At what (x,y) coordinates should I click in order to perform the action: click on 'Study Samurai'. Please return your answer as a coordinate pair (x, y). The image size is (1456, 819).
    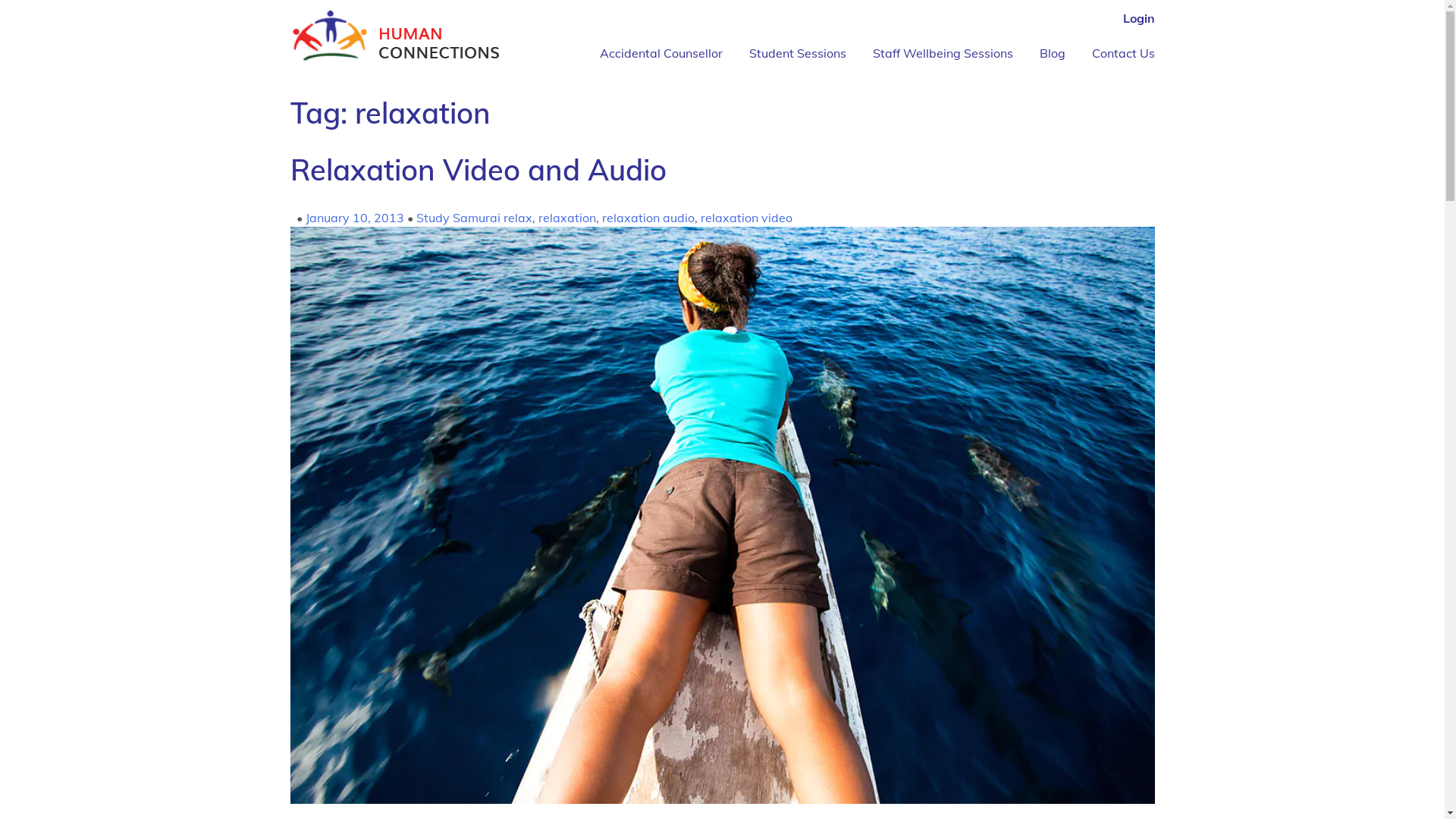
    Looking at the image, I should click on (457, 217).